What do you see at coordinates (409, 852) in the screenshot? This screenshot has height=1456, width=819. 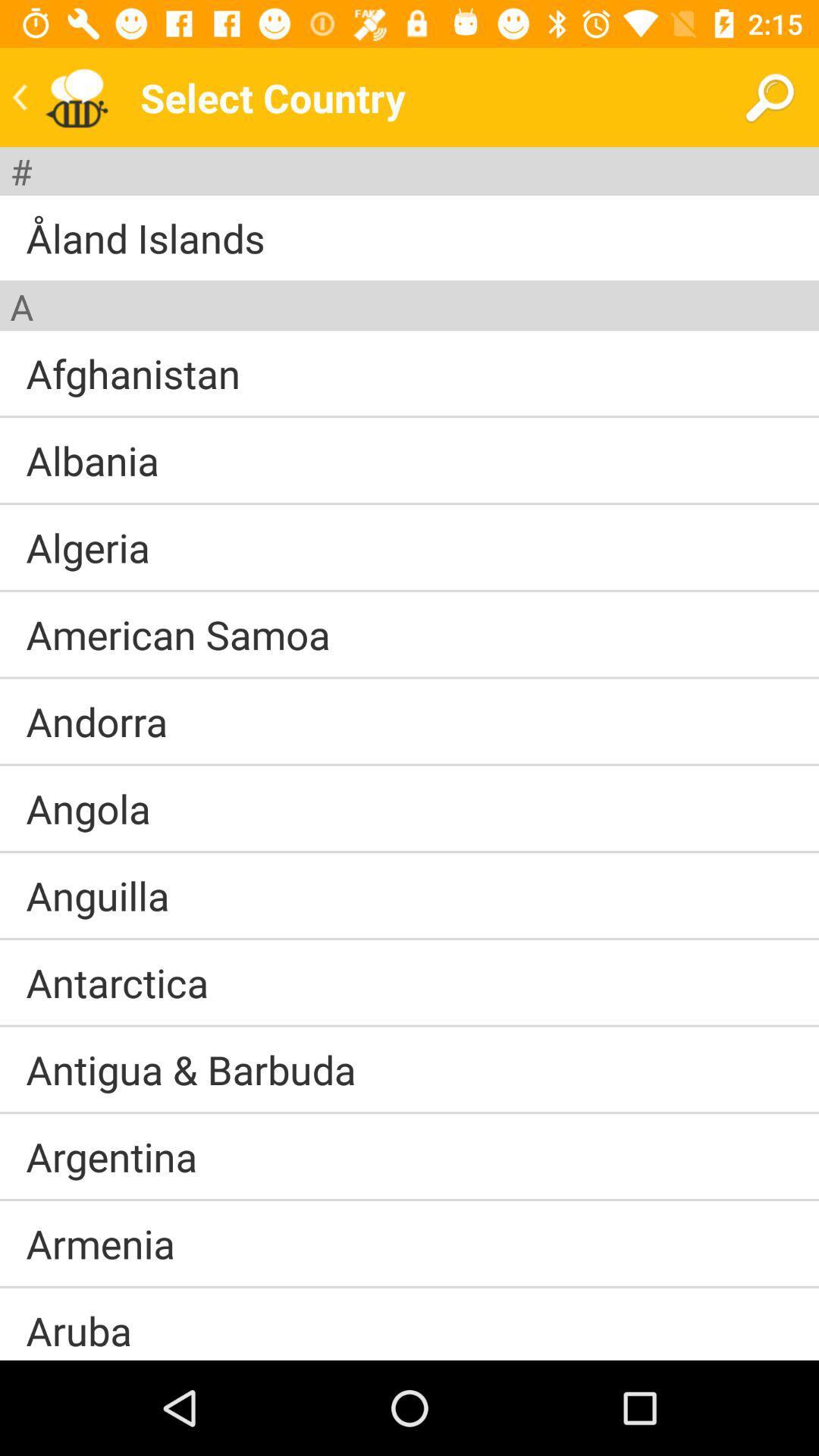 I see `icon below the angola item` at bounding box center [409, 852].